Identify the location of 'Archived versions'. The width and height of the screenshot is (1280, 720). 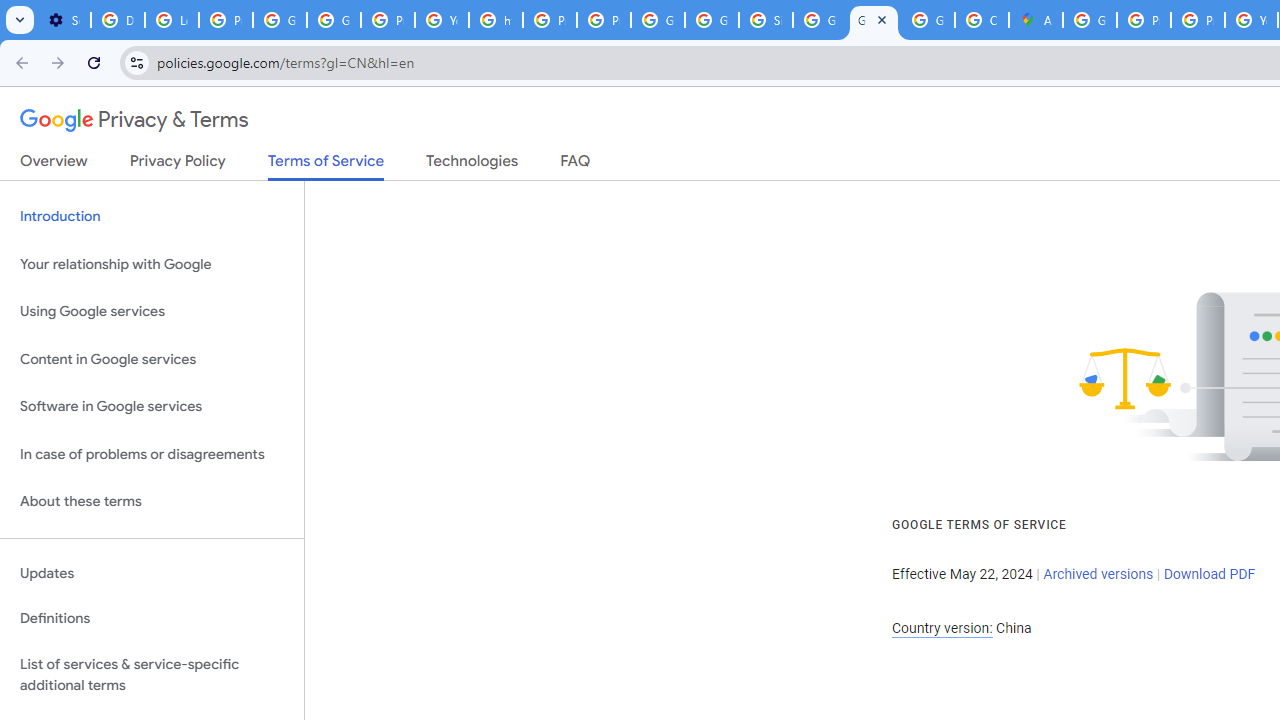
(1097, 574).